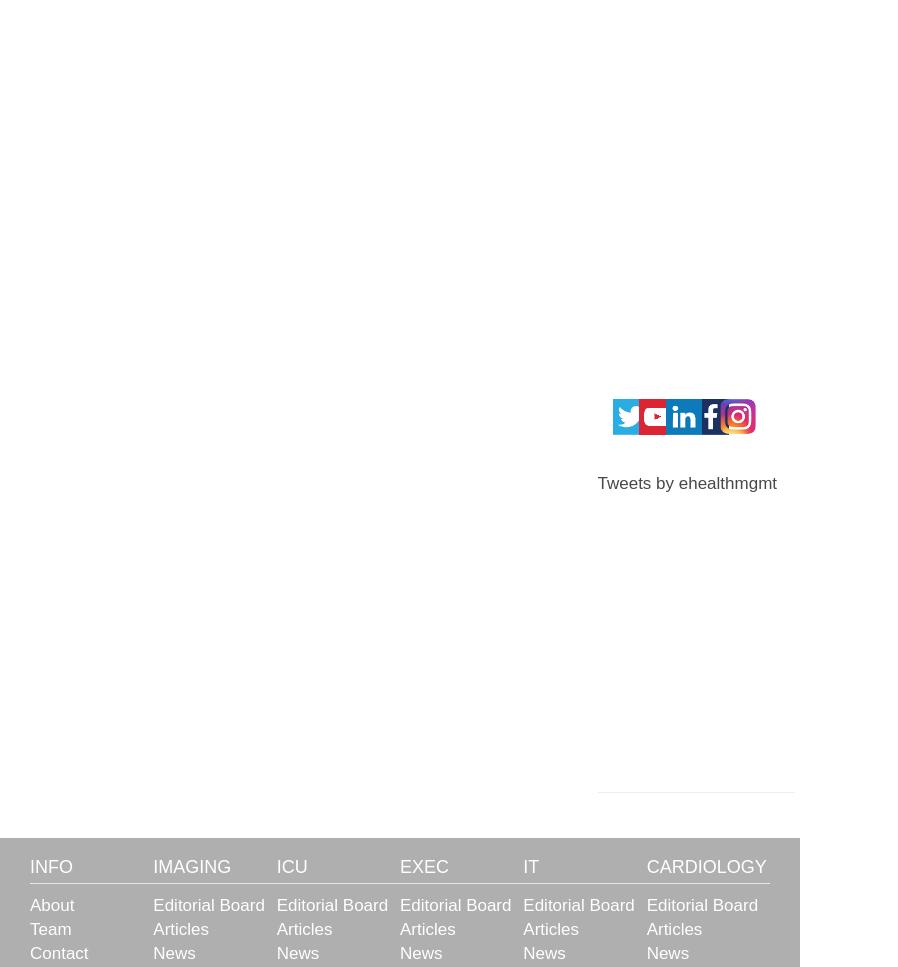 The height and width of the screenshot is (967, 898). What do you see at coordinates (686, 482) in the screenshot?
I see `'Tweets by ehealthmgmt'` at bounding box center [686, 482].